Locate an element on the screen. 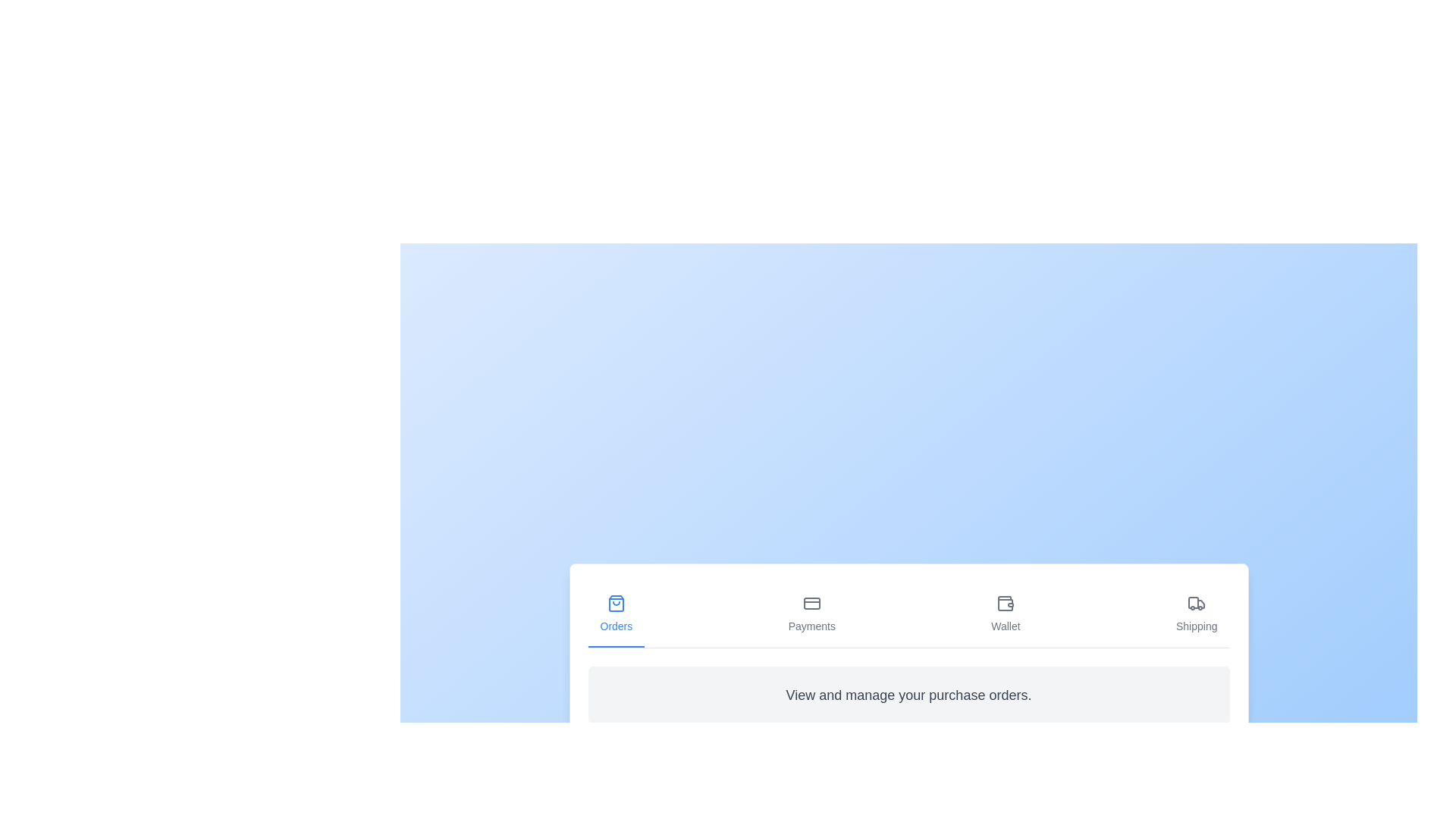 The height and width of the screenshot is (819, 1456). the Text label that provides descriptive information related to managing purchase orders, located below the navigation bar with labels such as 'Orders', 'Payments', 'Wallet', and 'Shipping' is located at coordinates (908, 695).